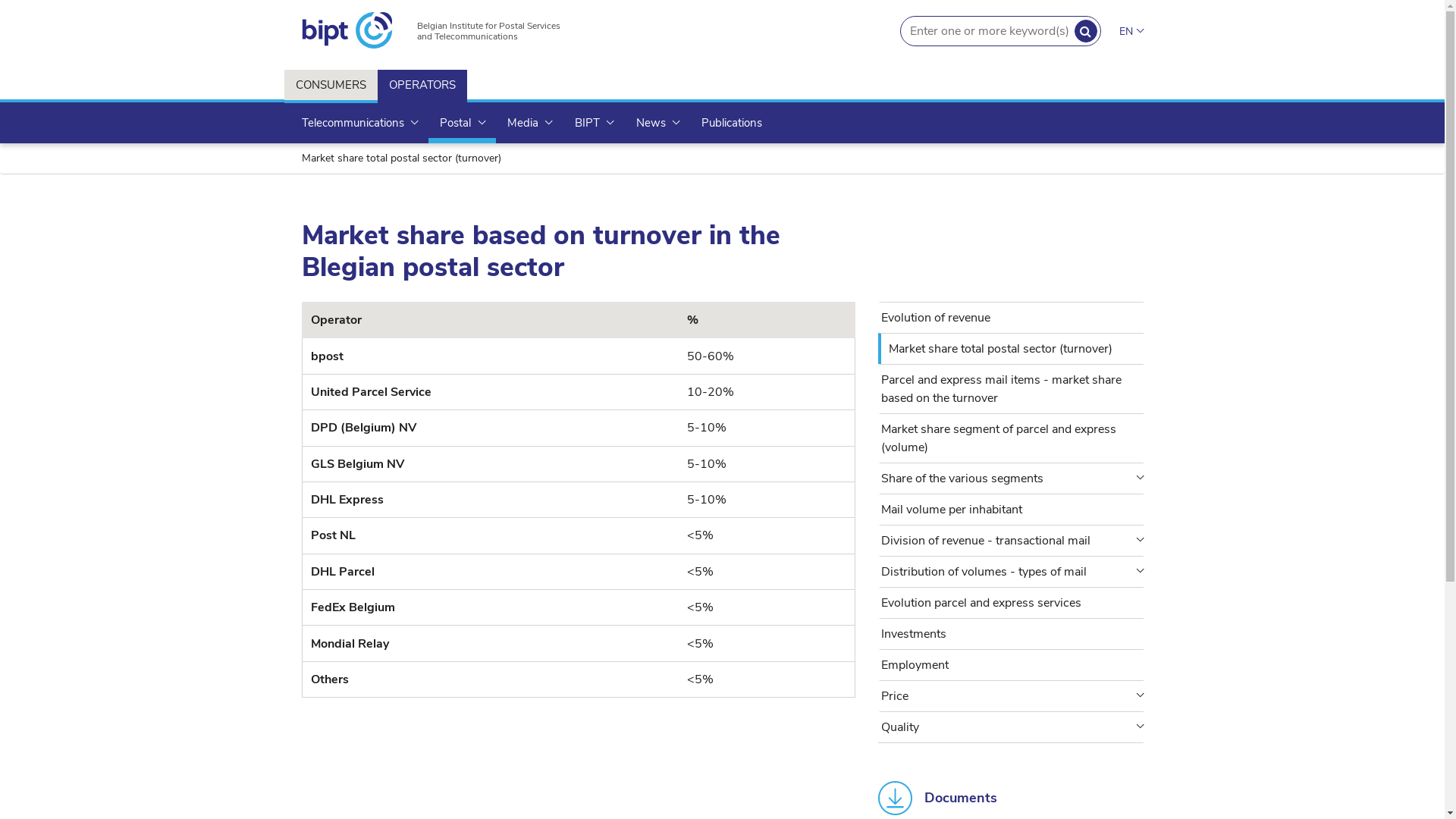 The height and width of the screenshot is (819, 1456). What do you see at coordinates (1073, 31) in the screenshot?
I see `'search.button'` at bounding box center [1073, 31].